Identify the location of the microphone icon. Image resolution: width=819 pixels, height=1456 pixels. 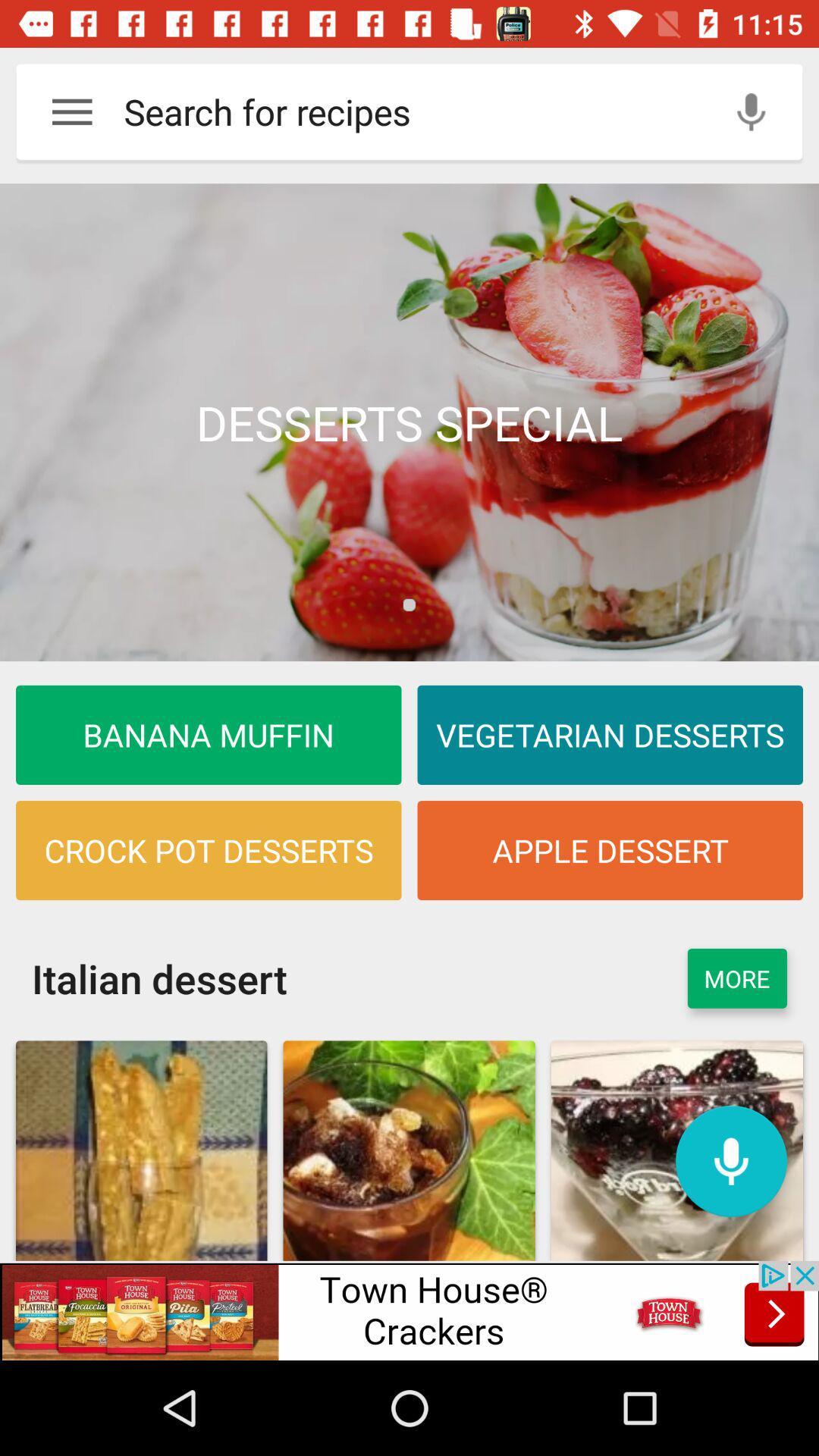
(730, 1160).